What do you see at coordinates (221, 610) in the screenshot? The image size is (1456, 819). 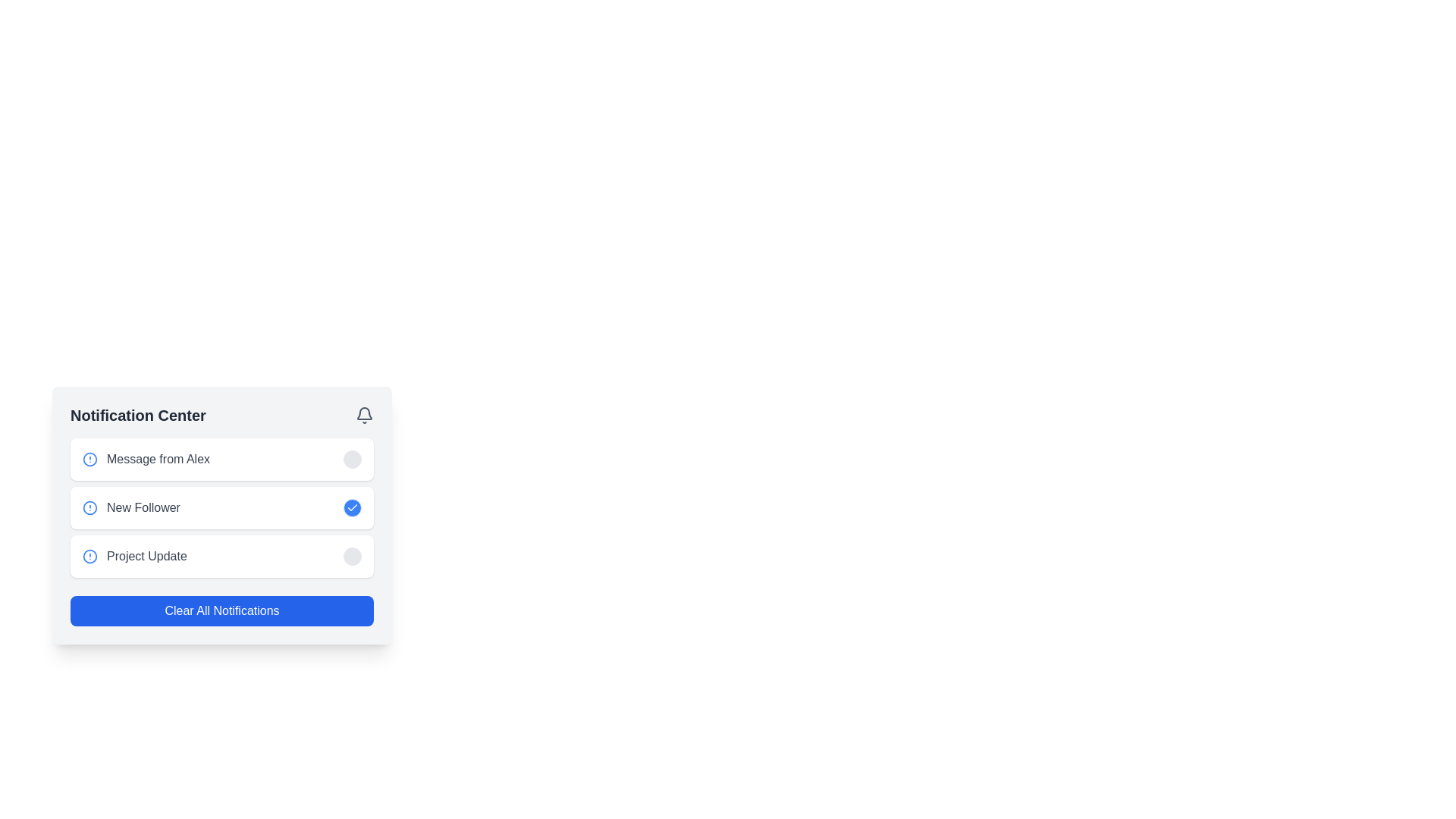 I see `the 'Clear Notifications' button located at the bottom of the notification panel` at bounding box center [221, 610].